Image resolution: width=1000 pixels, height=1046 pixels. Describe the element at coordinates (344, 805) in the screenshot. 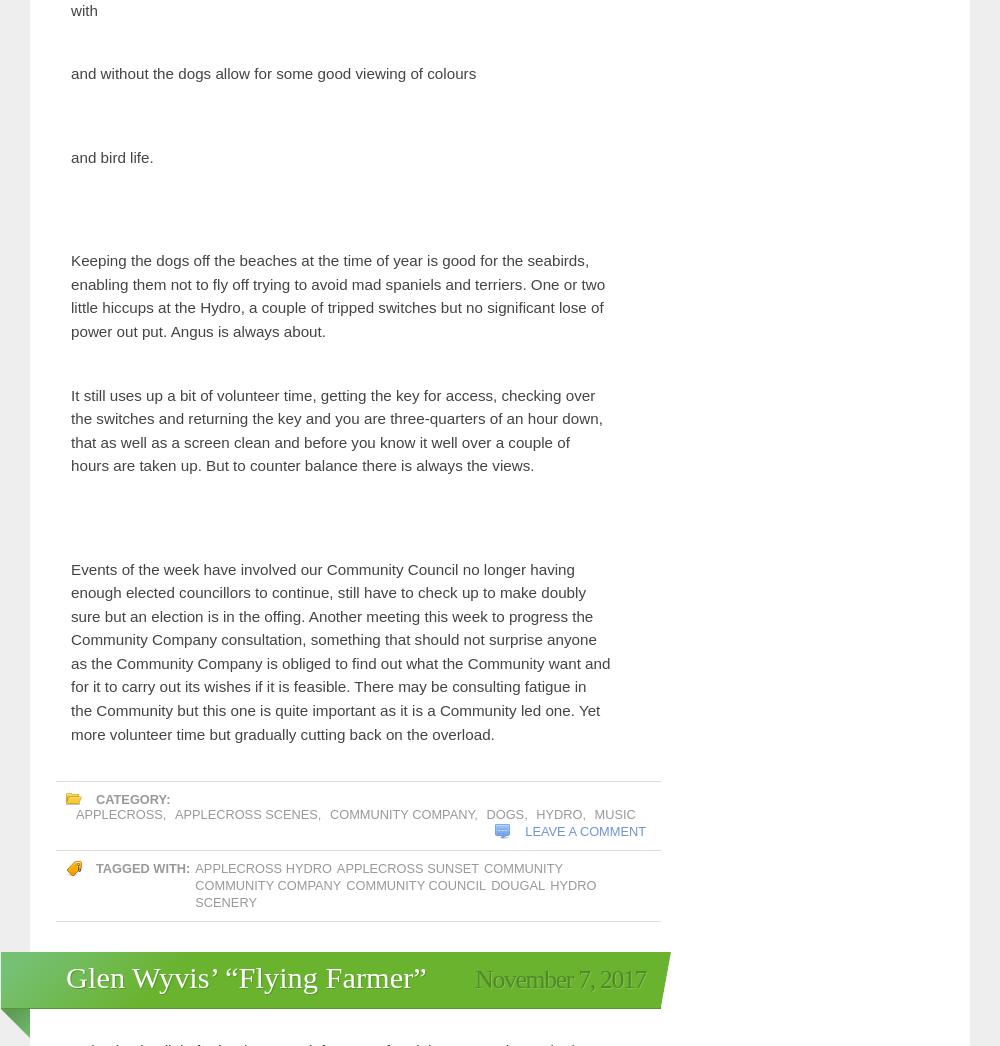

I see `'weather'` at that location.